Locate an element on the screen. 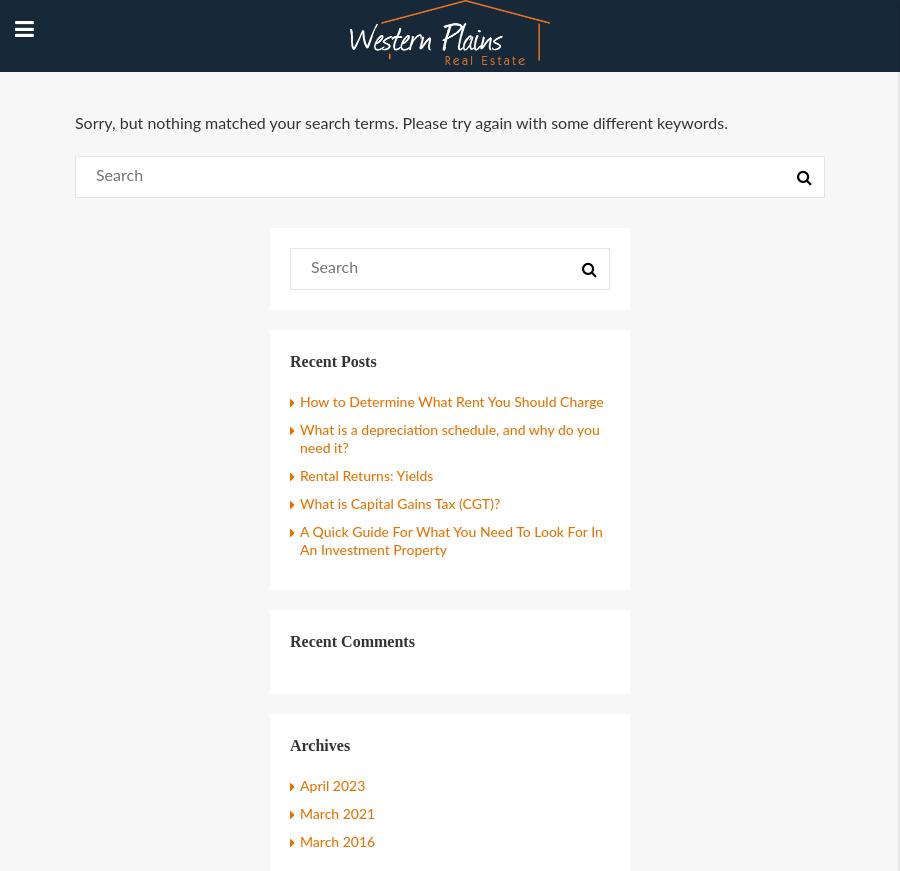  'Recent Posts' is located at coordinates (332, 359).